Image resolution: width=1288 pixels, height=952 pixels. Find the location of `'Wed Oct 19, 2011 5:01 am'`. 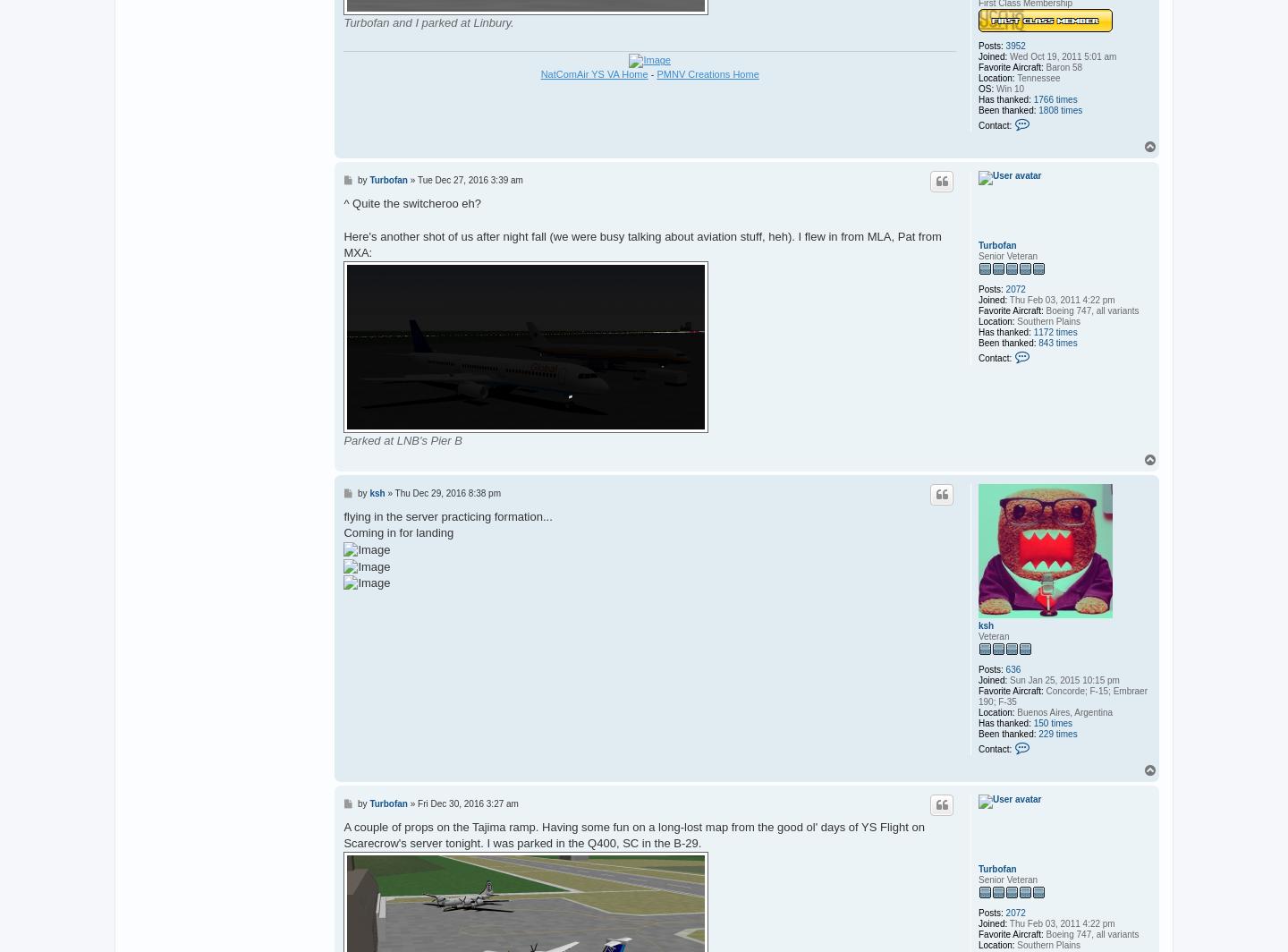

'Wed Oct 19, 2011 5:01 am' is located at coordinates (1061, 56).